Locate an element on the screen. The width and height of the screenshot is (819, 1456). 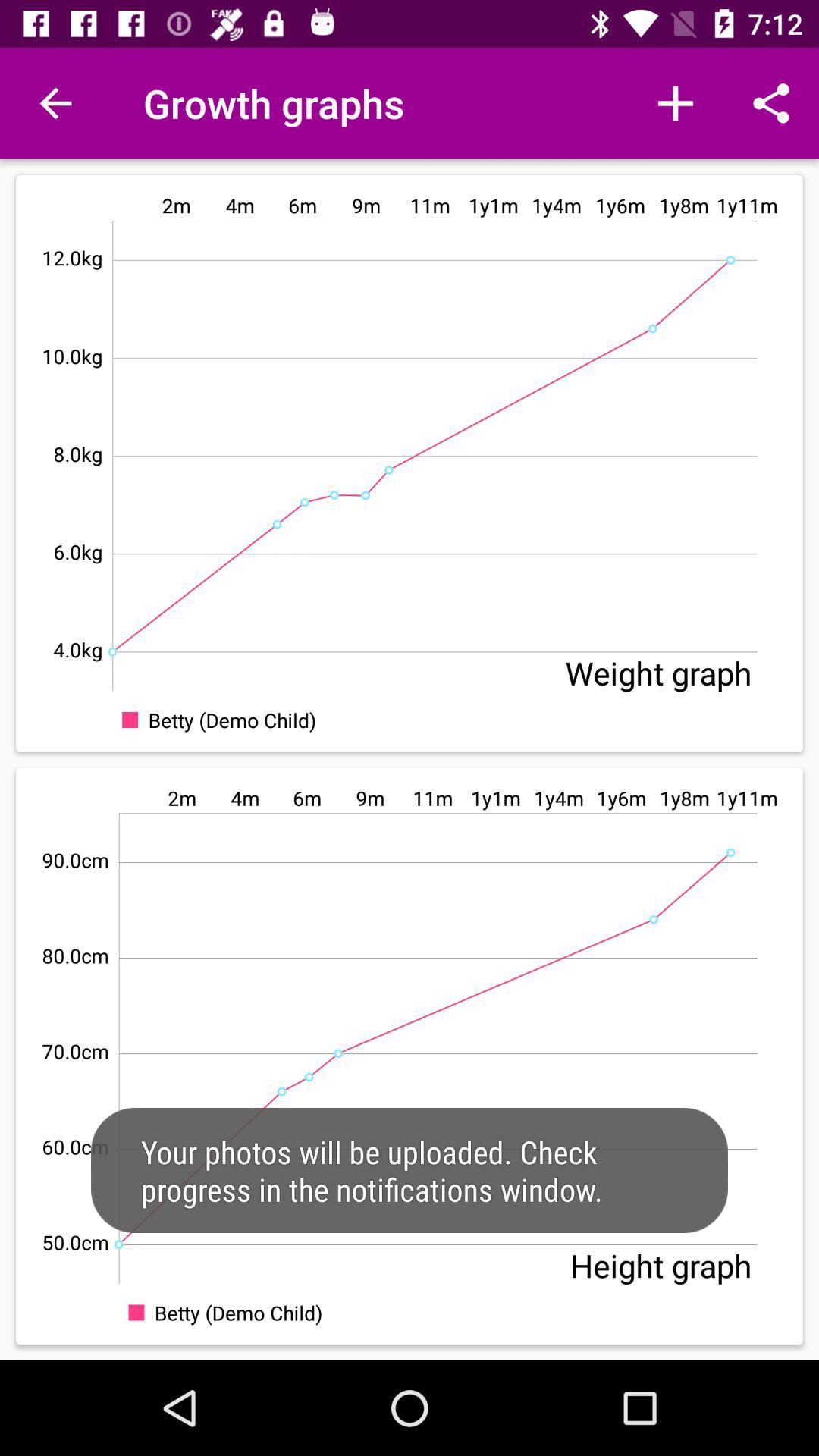
app next to the growth graphs is located at coordinates (55, 102).